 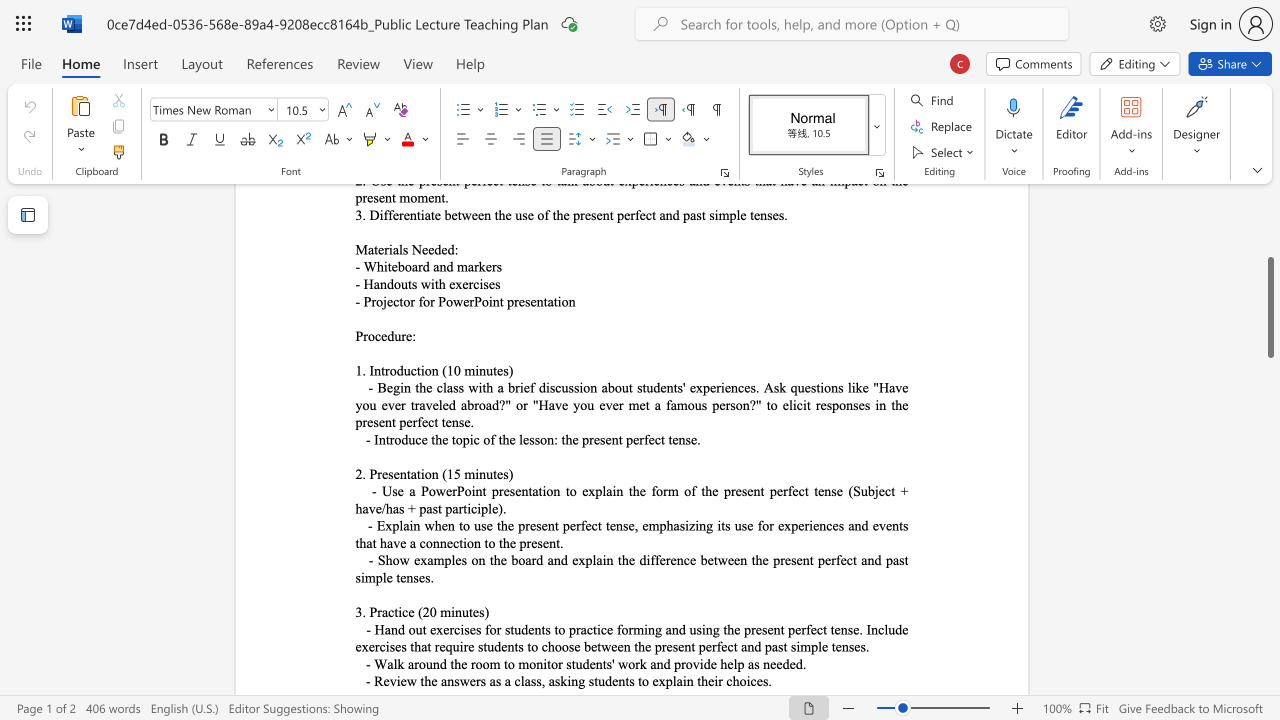 I want to click on the 11th character "e" in the text, so click(x=736, y=560).